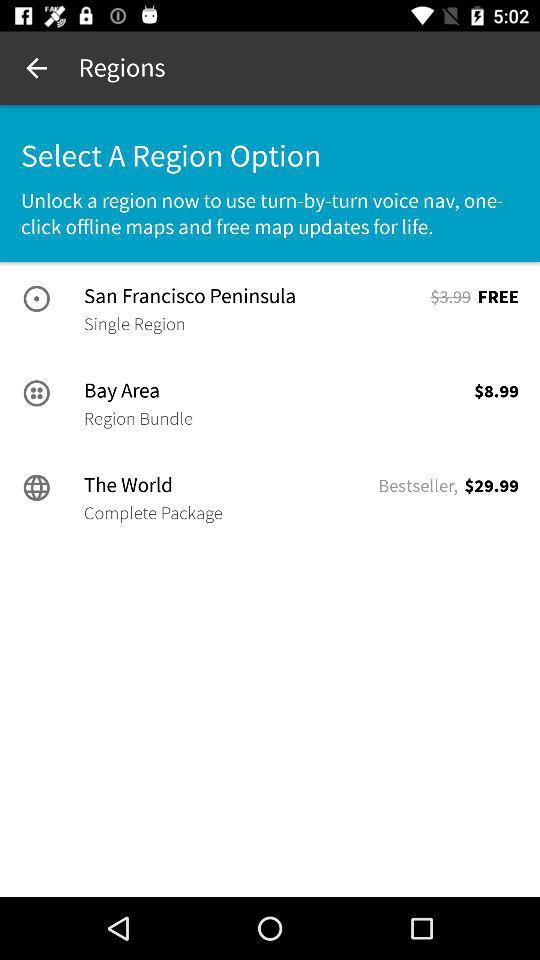 The height and width of the screenshot is (960, 540). I want to click on icon next to the $8.99 icon, so click(137, 417).